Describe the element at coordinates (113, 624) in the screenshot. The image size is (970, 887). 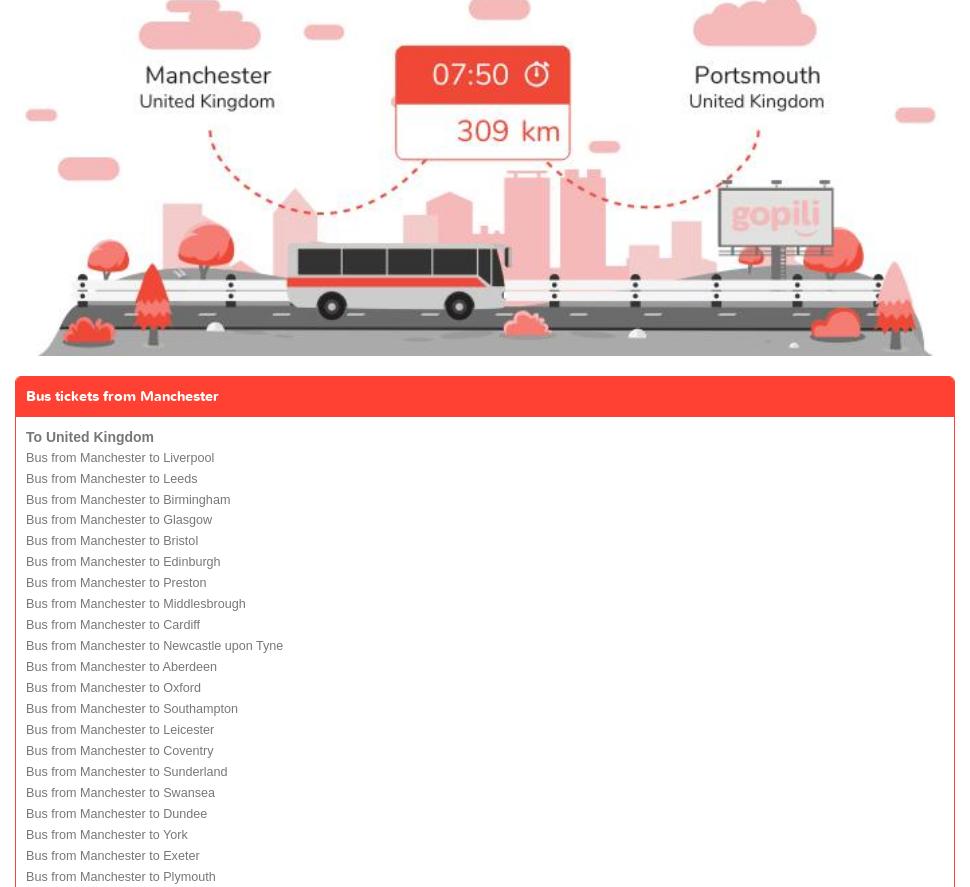
I see `'Bus from Manchester to Cardiff'` at that location.